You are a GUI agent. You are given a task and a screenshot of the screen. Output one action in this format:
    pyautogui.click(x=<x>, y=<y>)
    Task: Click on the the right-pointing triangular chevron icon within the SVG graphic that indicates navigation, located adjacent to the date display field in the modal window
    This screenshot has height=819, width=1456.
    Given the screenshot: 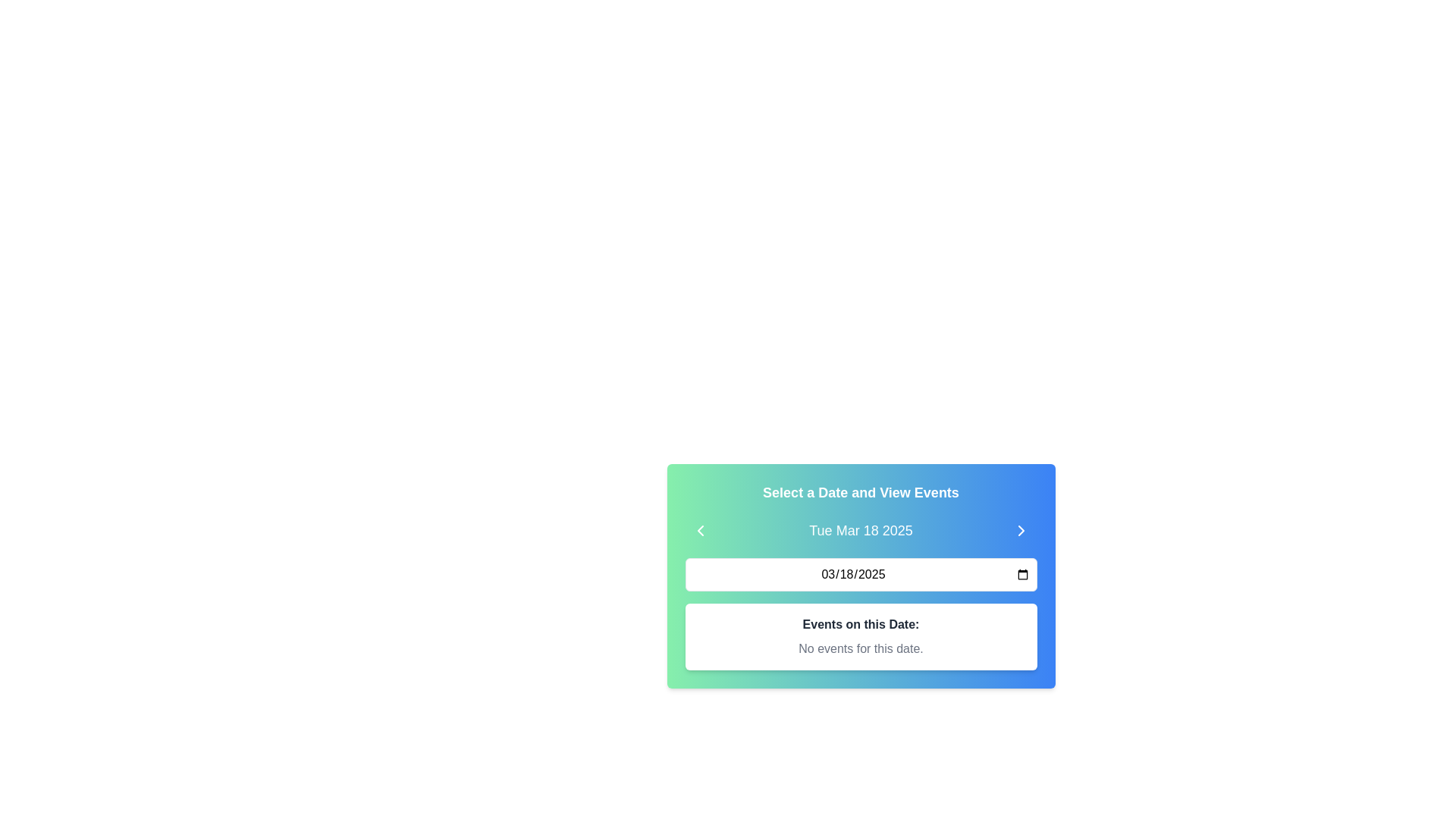 What is the action you would take?
    pyautogui.click(x=1021, y=529)
    